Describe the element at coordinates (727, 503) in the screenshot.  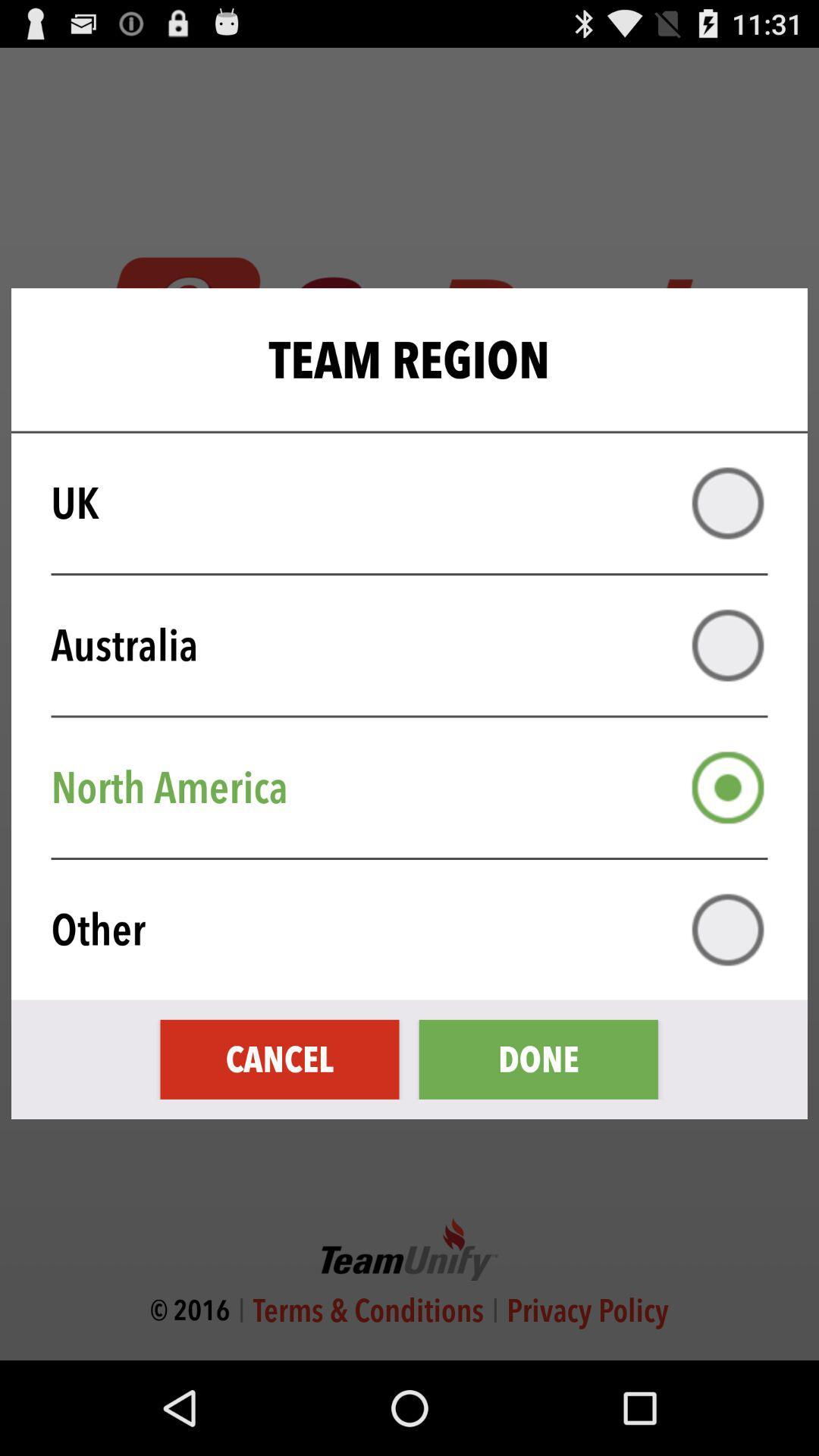
I see `uk team region` at that location.